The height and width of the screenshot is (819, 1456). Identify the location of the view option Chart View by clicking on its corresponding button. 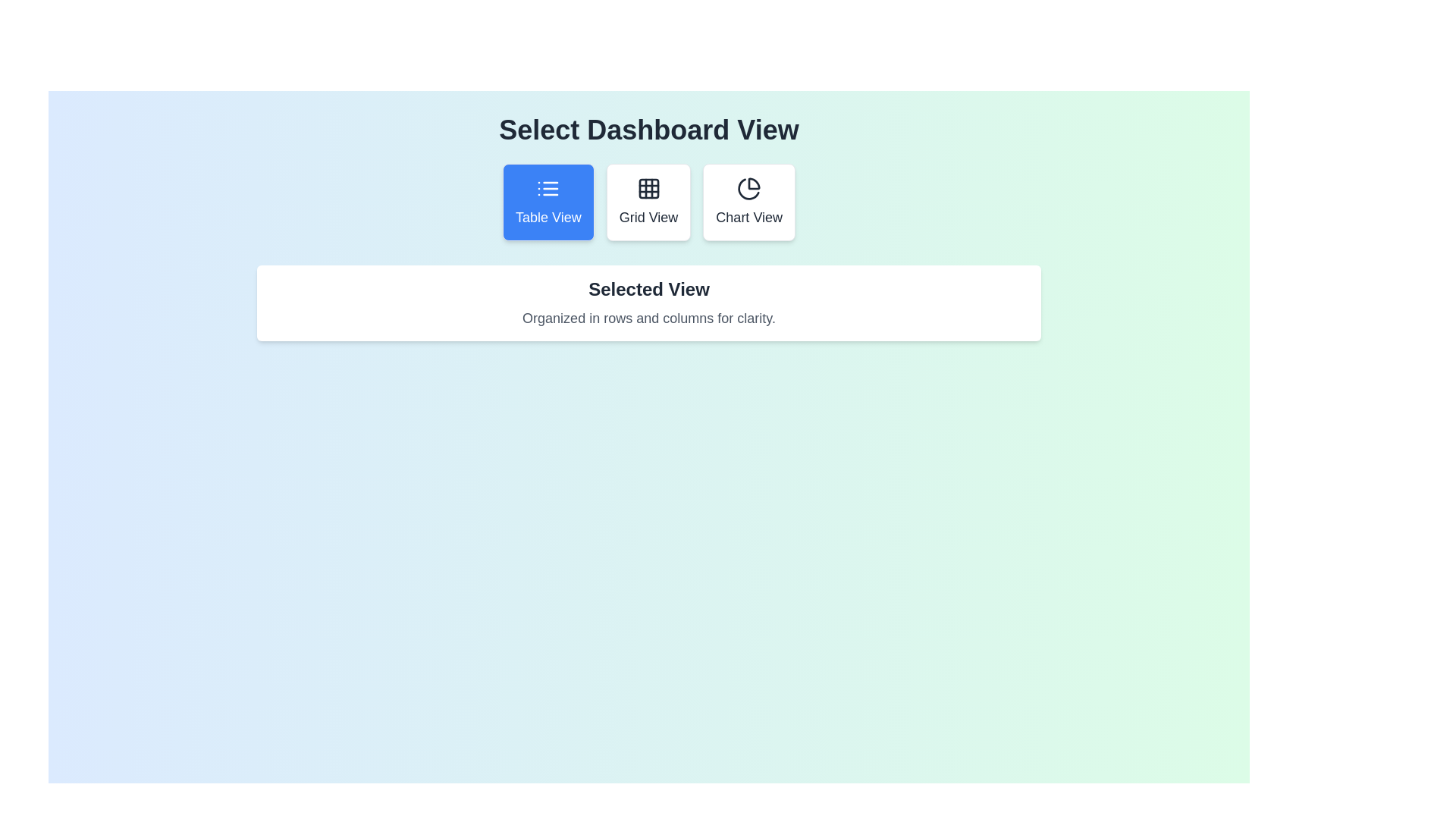
(749, 201).